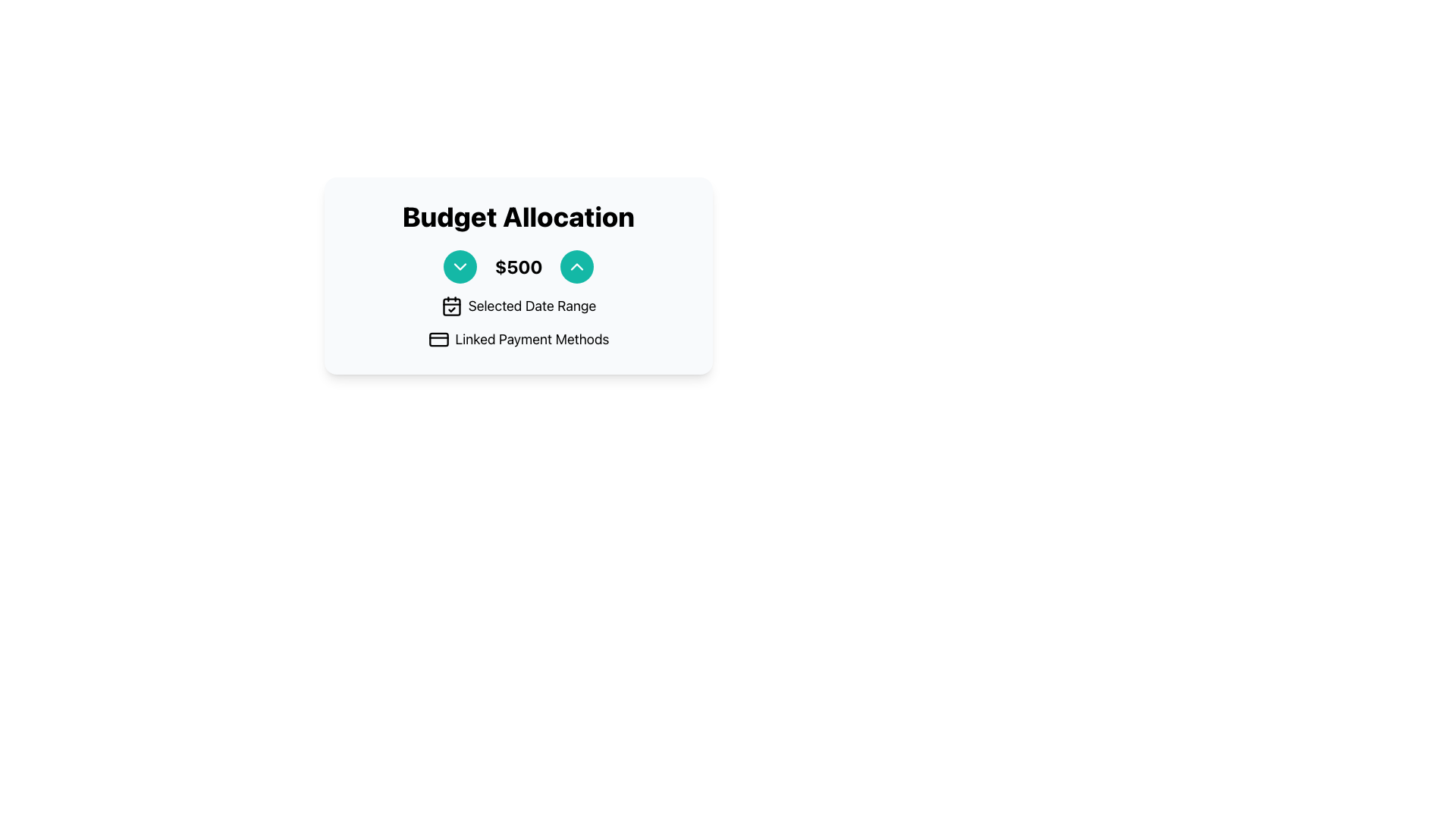 This screenshot has height=819, width=1456. I want to click on the upward chevron icon within the teal circular button located below the 'Budget Allocation' text, so click(576, 265).